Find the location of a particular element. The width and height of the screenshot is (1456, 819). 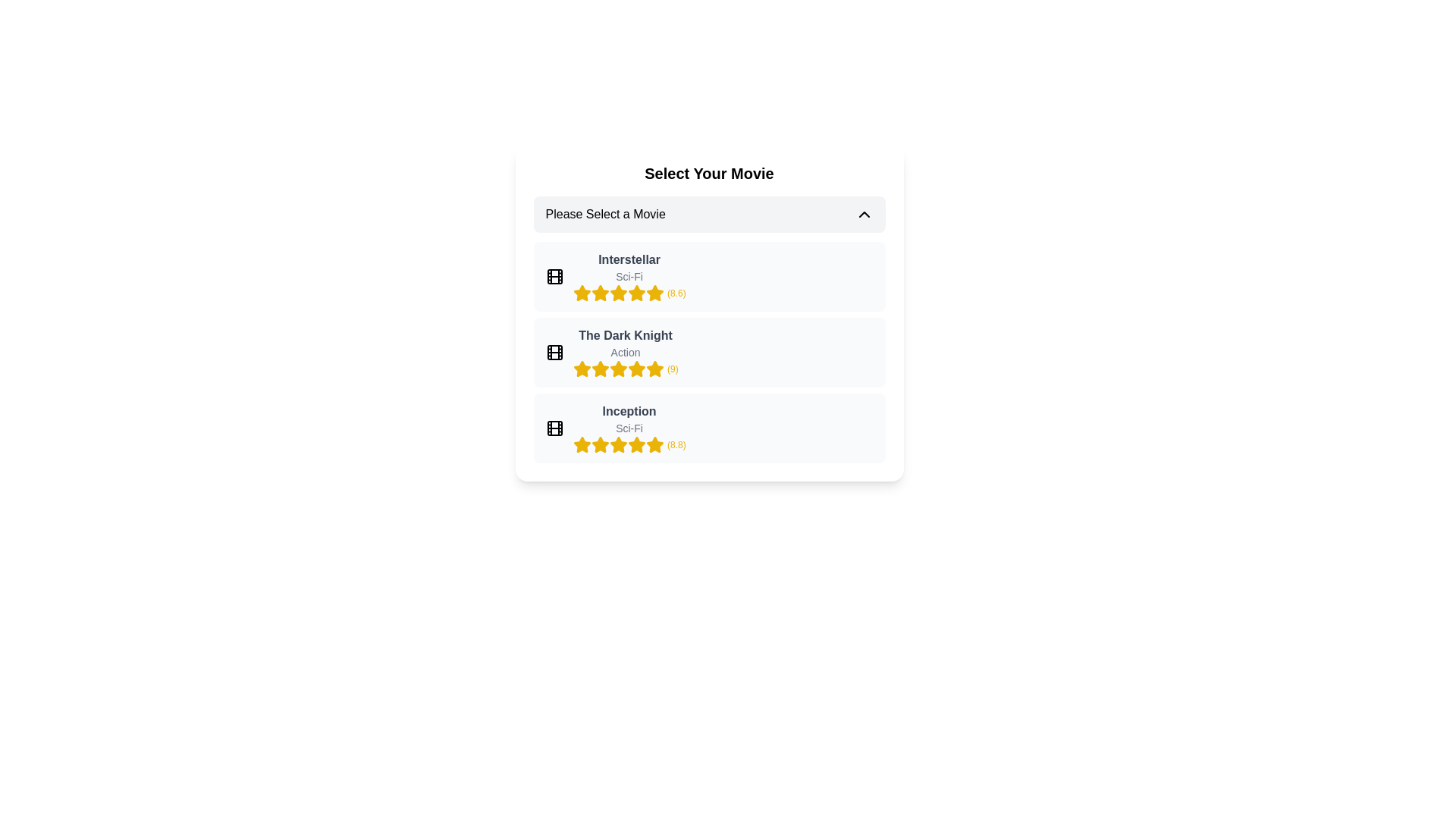

the first star icon in the five-star rating system for 'The Dark Knight' is located at coordinates (581, 369).